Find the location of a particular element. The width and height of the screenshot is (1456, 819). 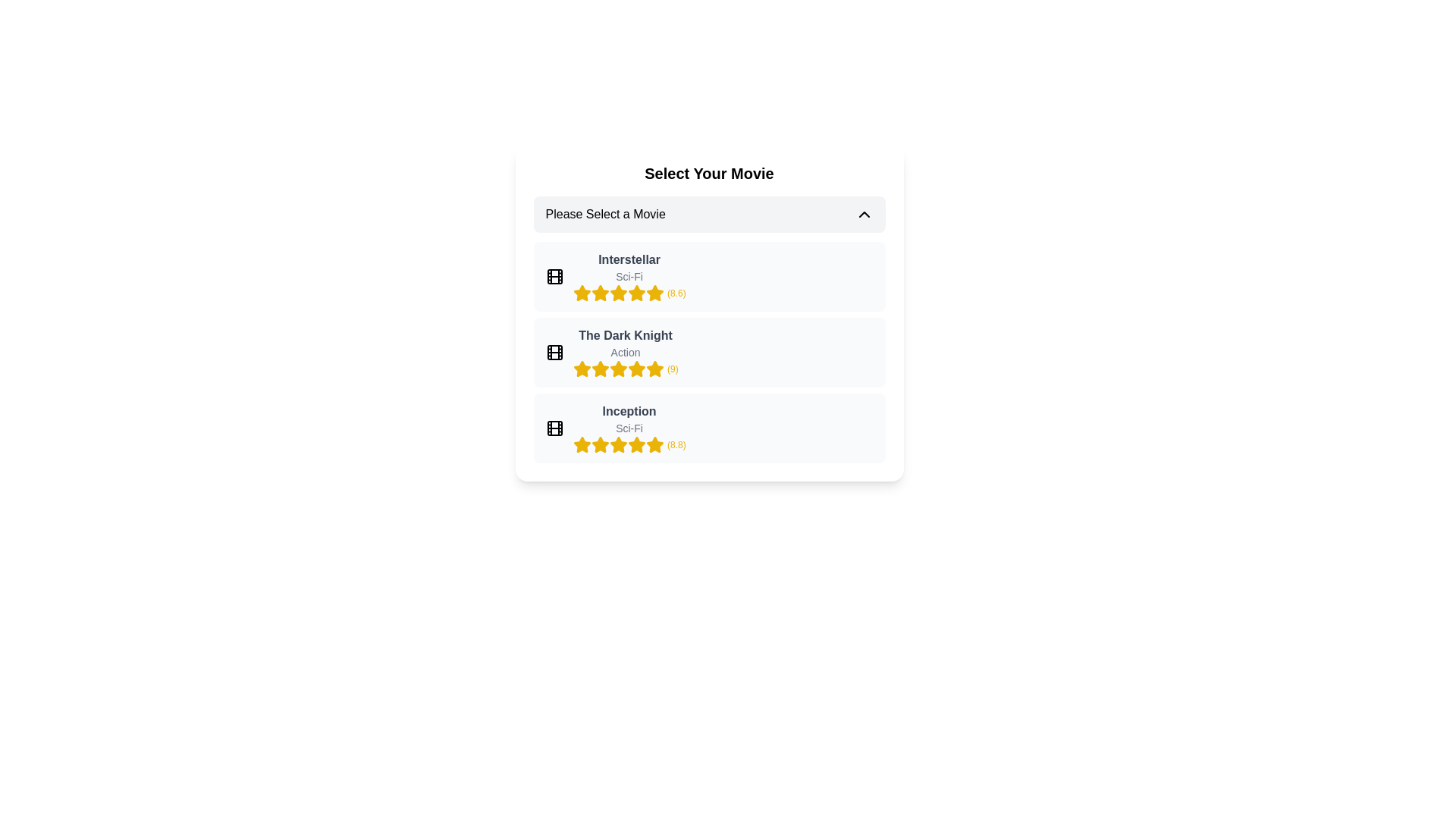

the first star icon in the five-star rating system for 'The Dark Knight' is located at coordinates (581, 369).